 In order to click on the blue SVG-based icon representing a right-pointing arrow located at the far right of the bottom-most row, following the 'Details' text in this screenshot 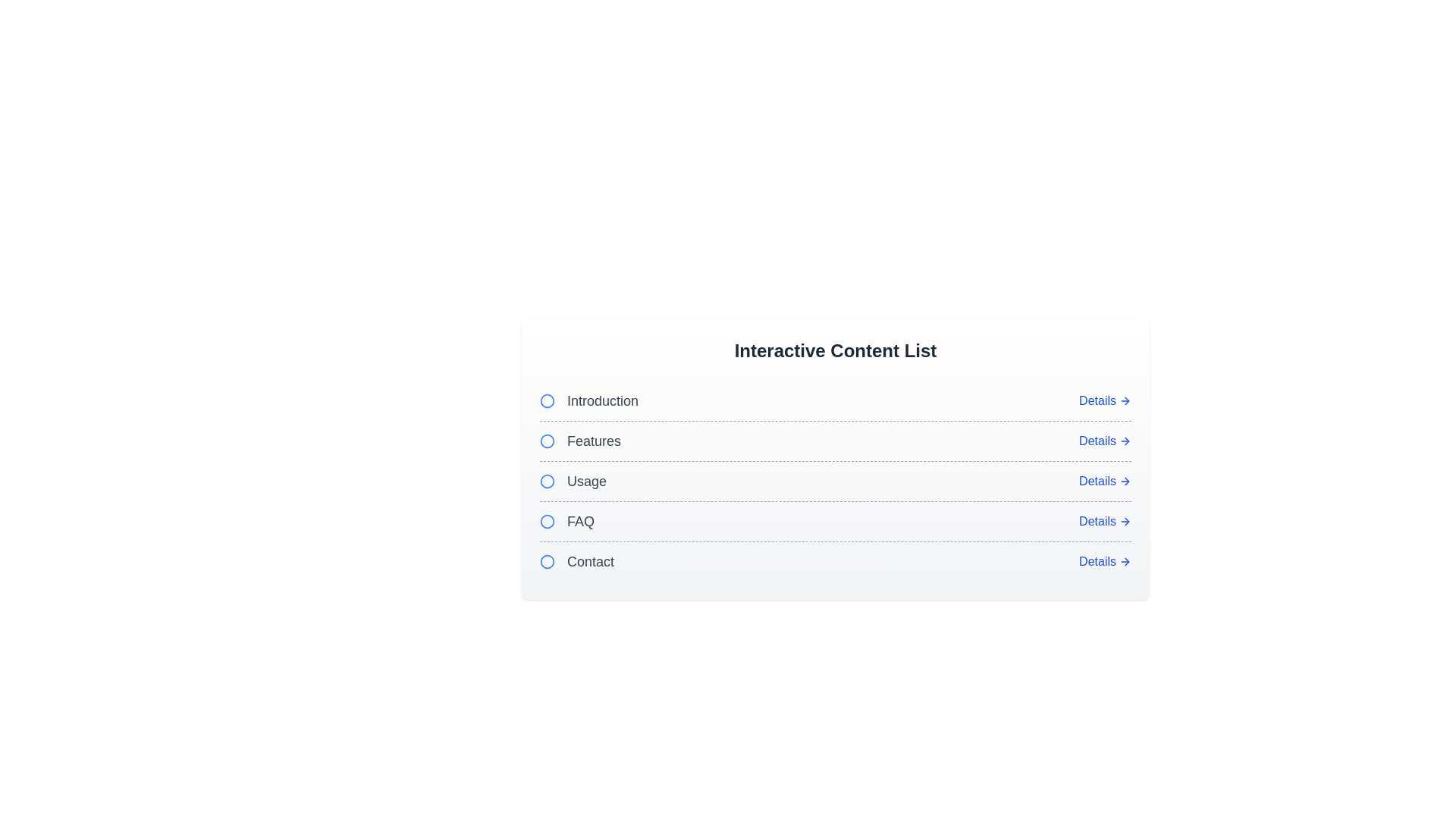, I will do `click(1125, 561)`.